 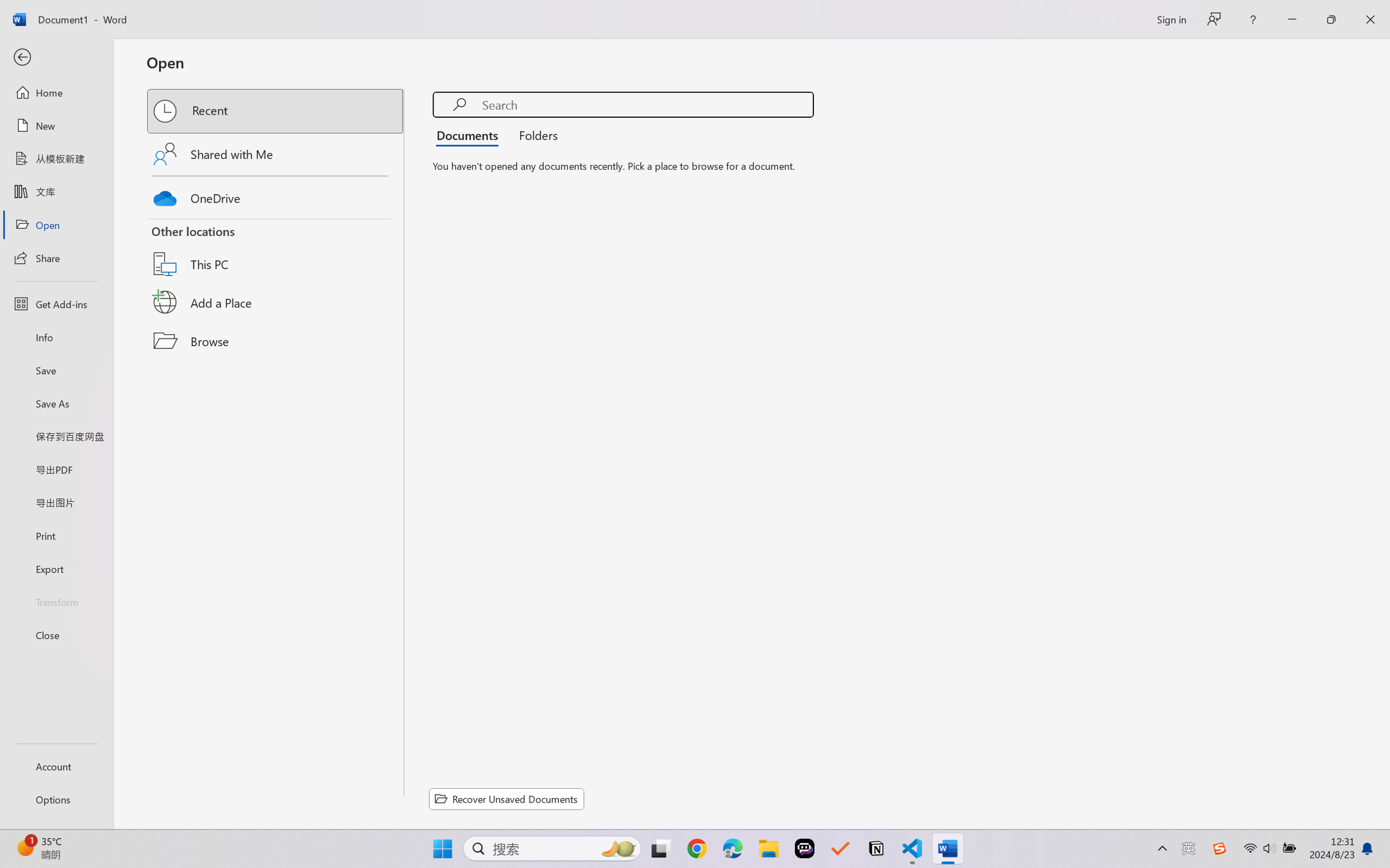 What do you see at coordinates (276, 153) in the screenshot?
I see `'Shared with Me'` at bounding box center [276, 153].